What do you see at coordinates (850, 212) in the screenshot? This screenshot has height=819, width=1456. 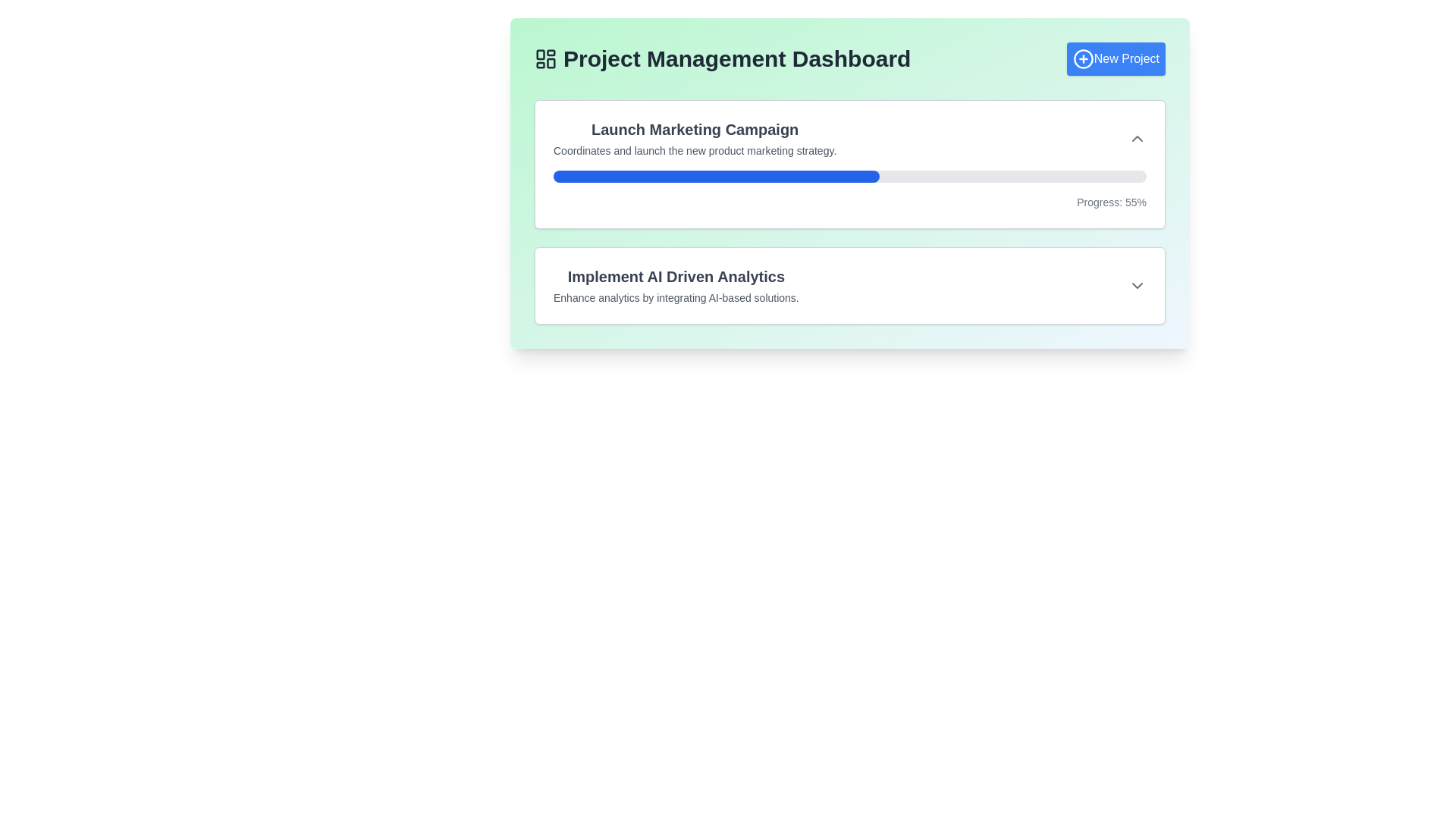 I see `the Content card in the Project Management Dashboard, which has a white background, shadow effect, and rounded corners, showing a progress bar at 55%` at bounding box center [850, 212].